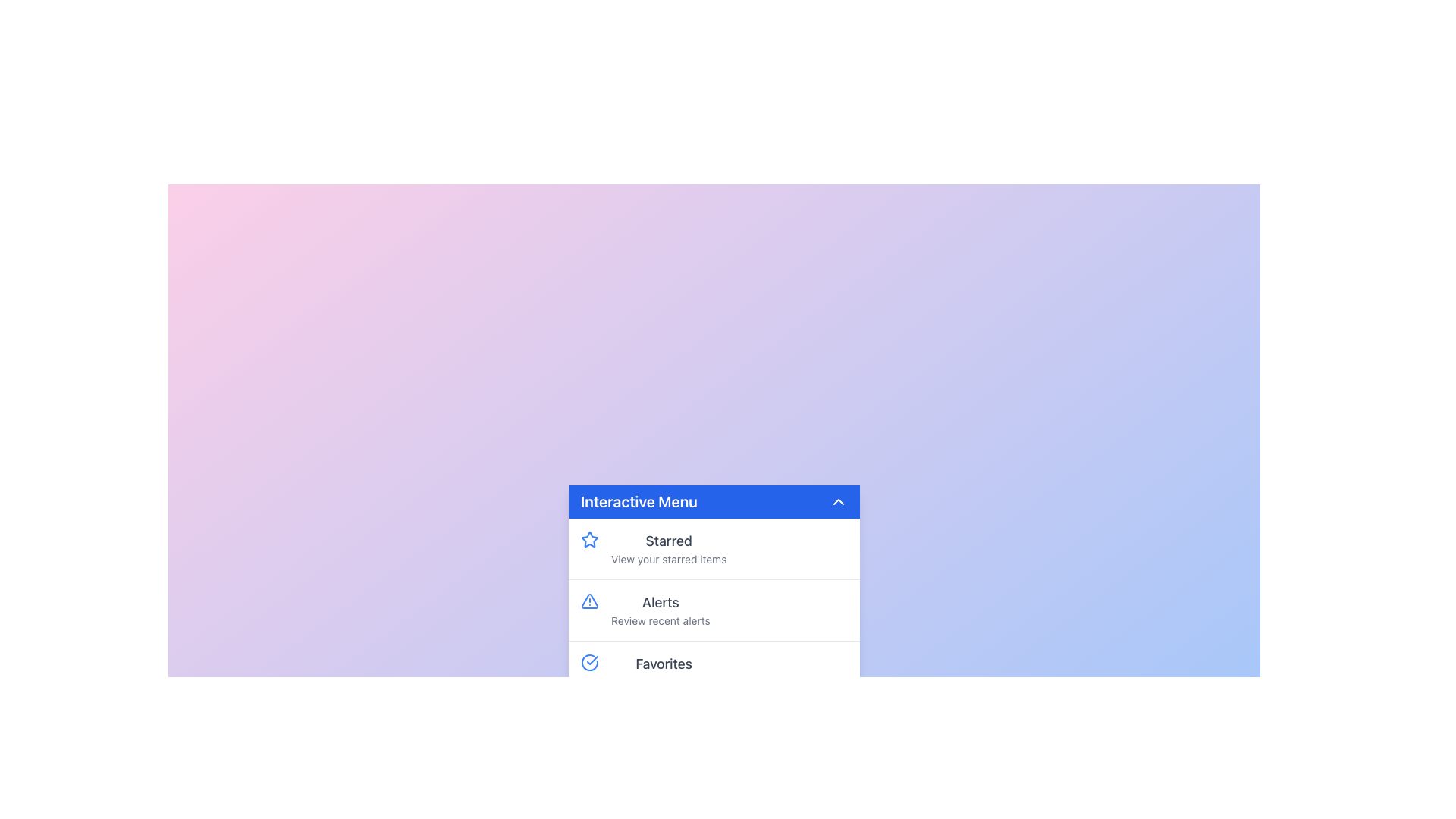 The image size is (1456, 819). I want to click on the first navigational entry in the Interactive Menu, which is a Text block with a title and subtitle, accompanied by a star icon, so click(668, 549).